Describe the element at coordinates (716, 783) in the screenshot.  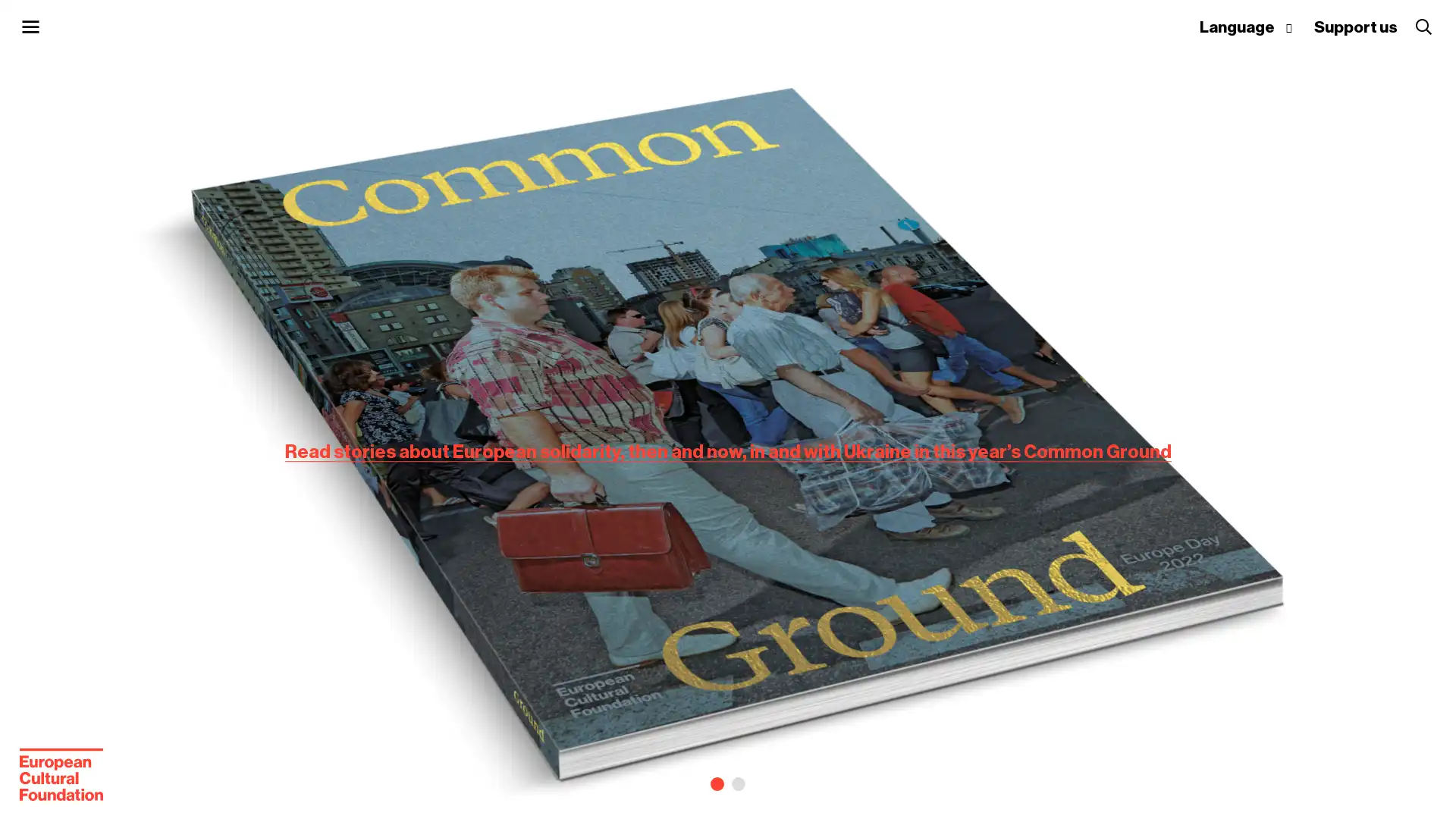
I see `Carousel Page 1 (Current Slide)` at that location.